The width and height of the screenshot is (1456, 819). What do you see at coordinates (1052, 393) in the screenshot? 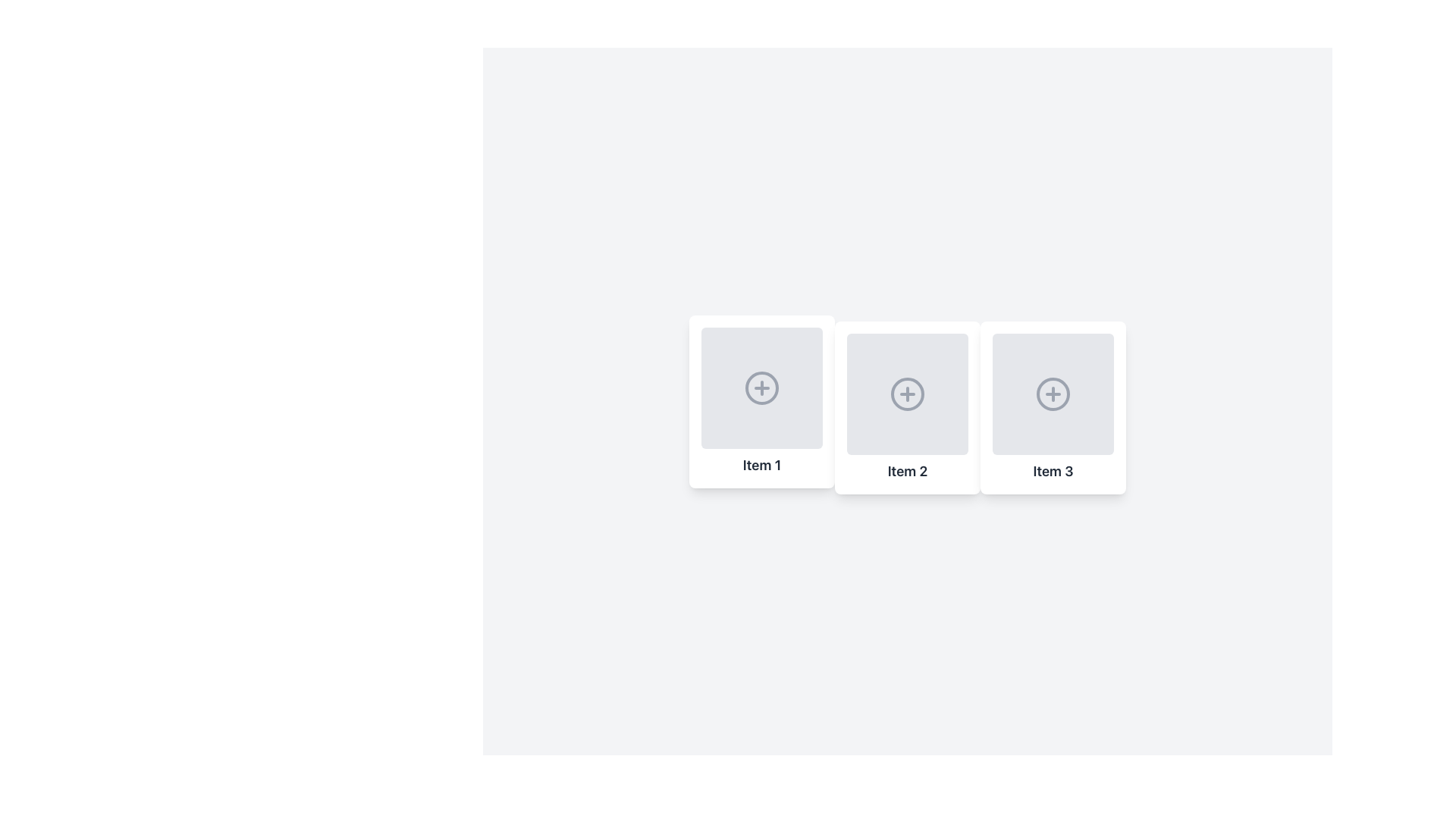
I see `the circular icon with a plus sign in the center of the 'Item 3' card` at bounding box center [1052, 393].